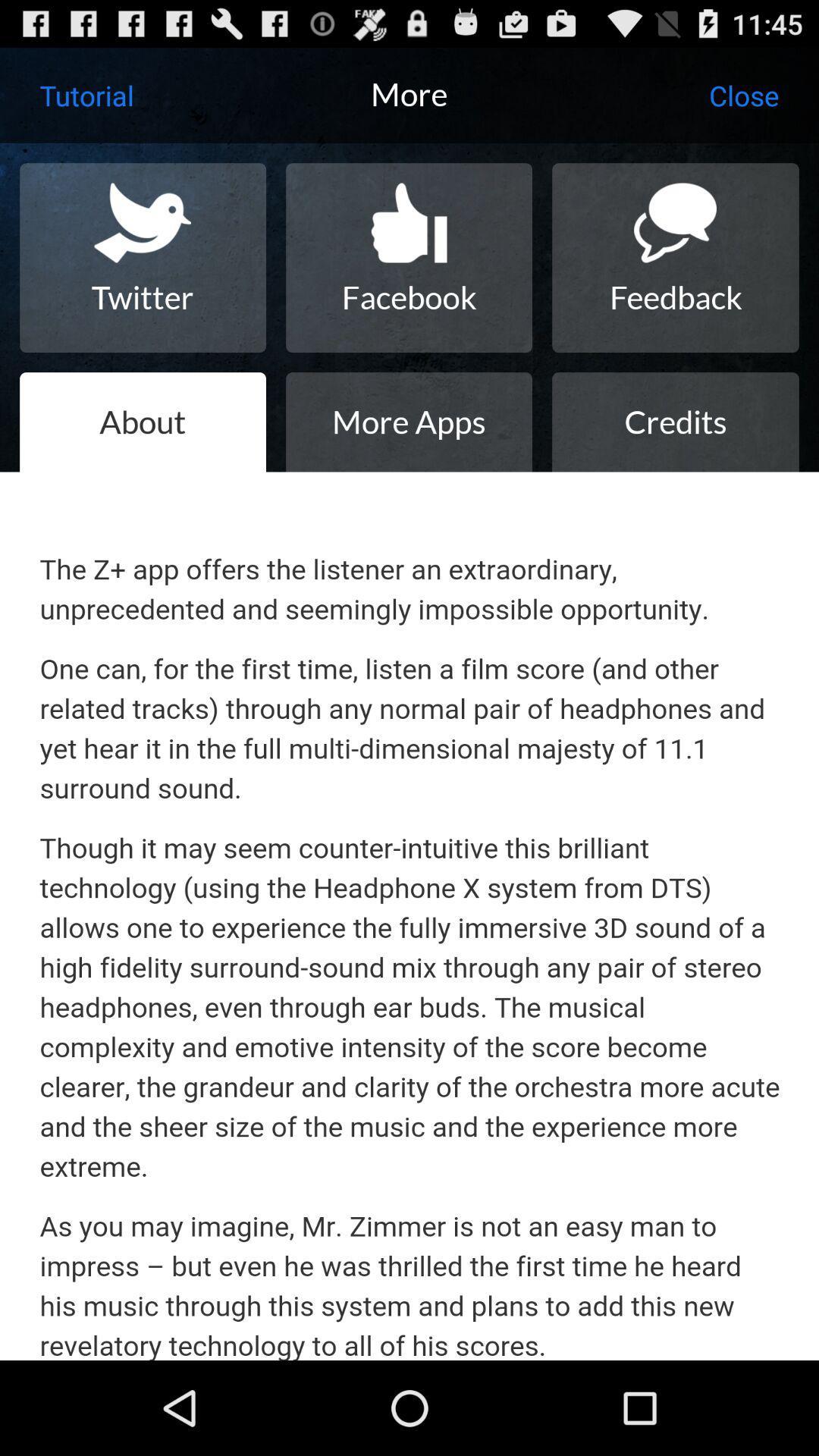 The width and height of the screenshot is (819, 1456). What do you see at coordinates (408, 422) in the screenshot?
I see `icon below facebook item` at bounding box center [408, 422].